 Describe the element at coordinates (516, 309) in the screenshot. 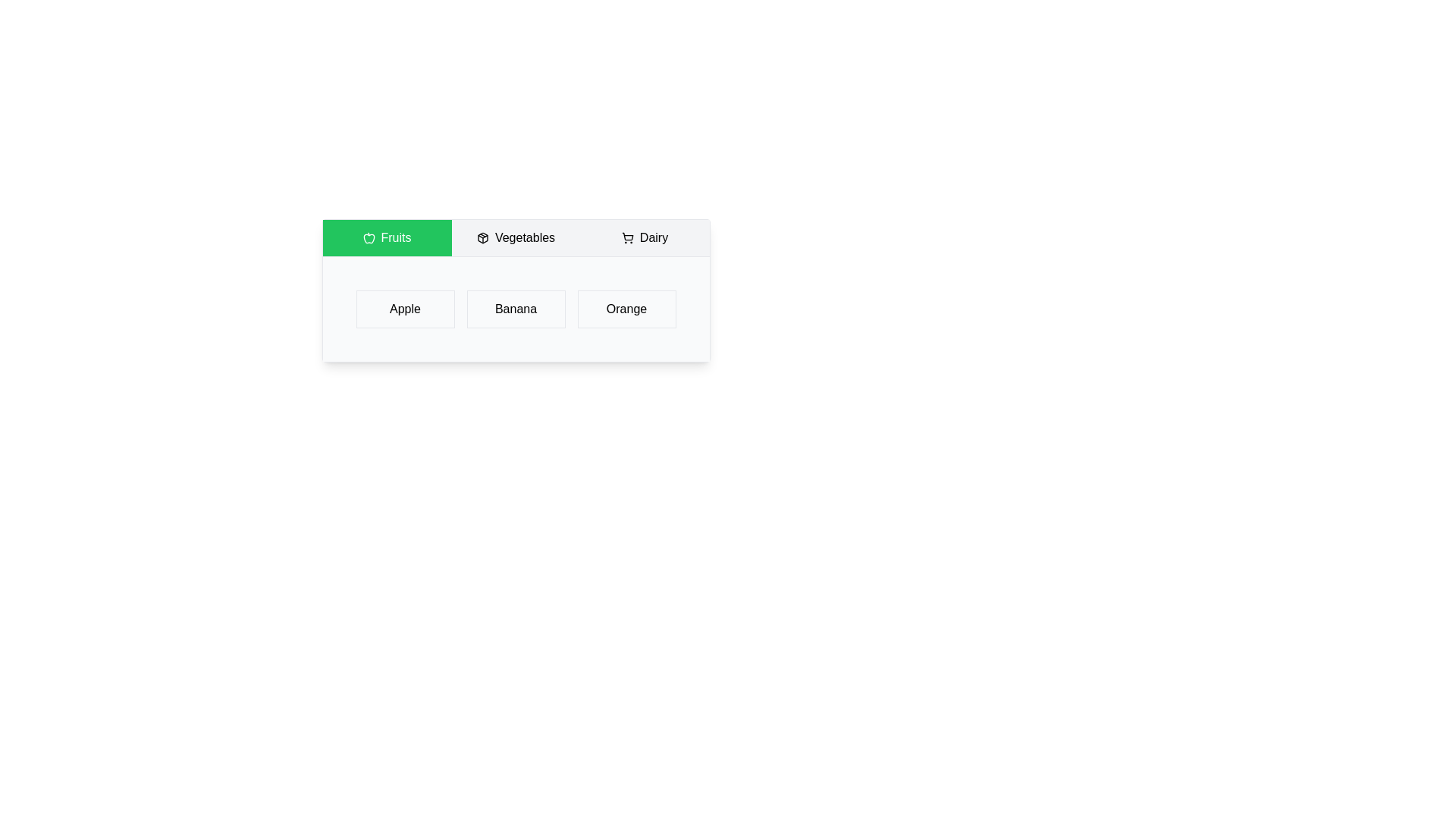

I see `the item Banana in the selected tab` at that location.